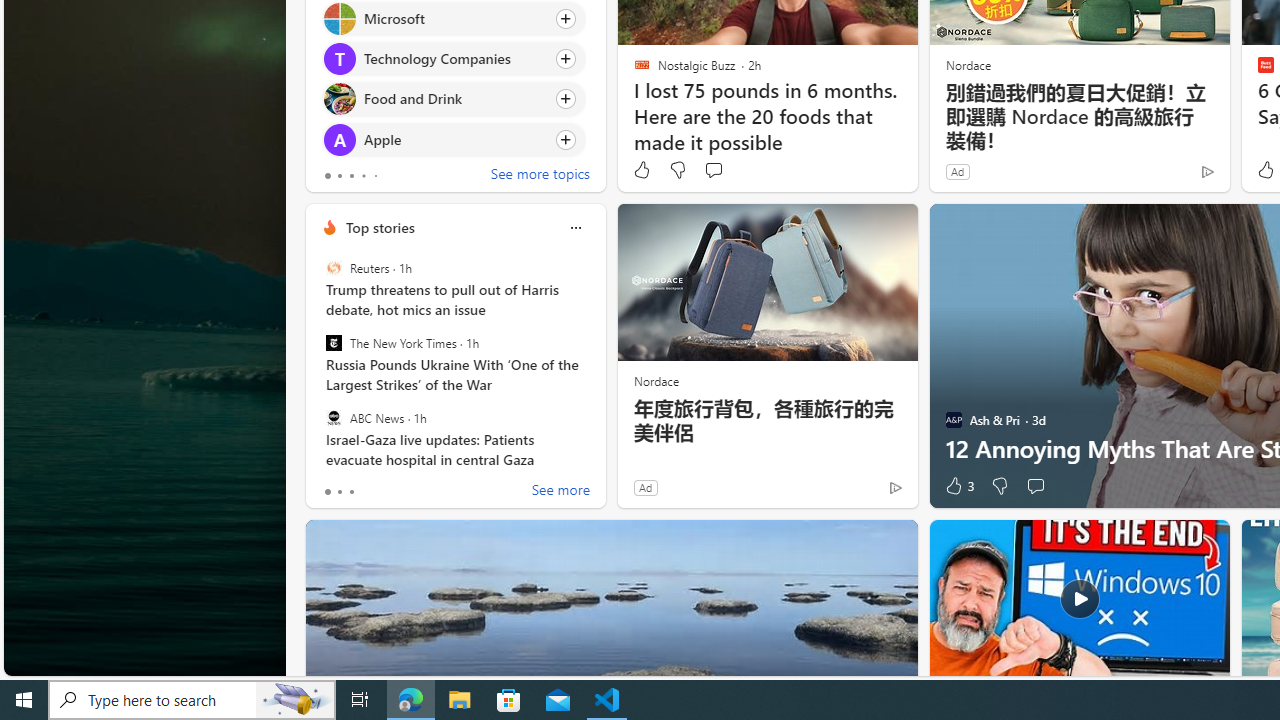 The height and width of the screenshot is (720, 1280). Describe the element at coordinates (333, 342) in the screenshot. I see `'The New York Times'` at that location.